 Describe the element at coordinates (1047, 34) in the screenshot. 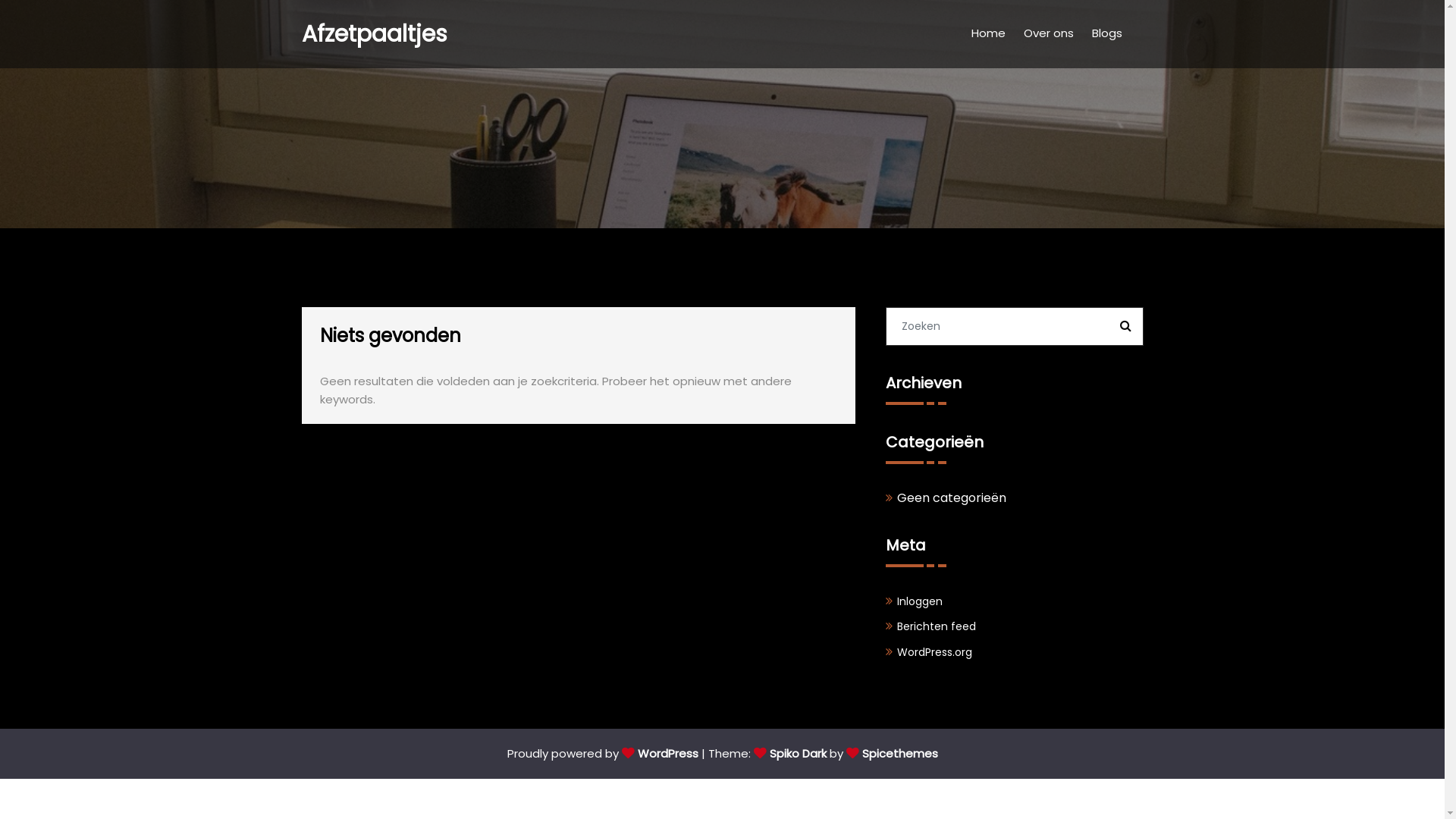

I see `'Over ons'` at that location.